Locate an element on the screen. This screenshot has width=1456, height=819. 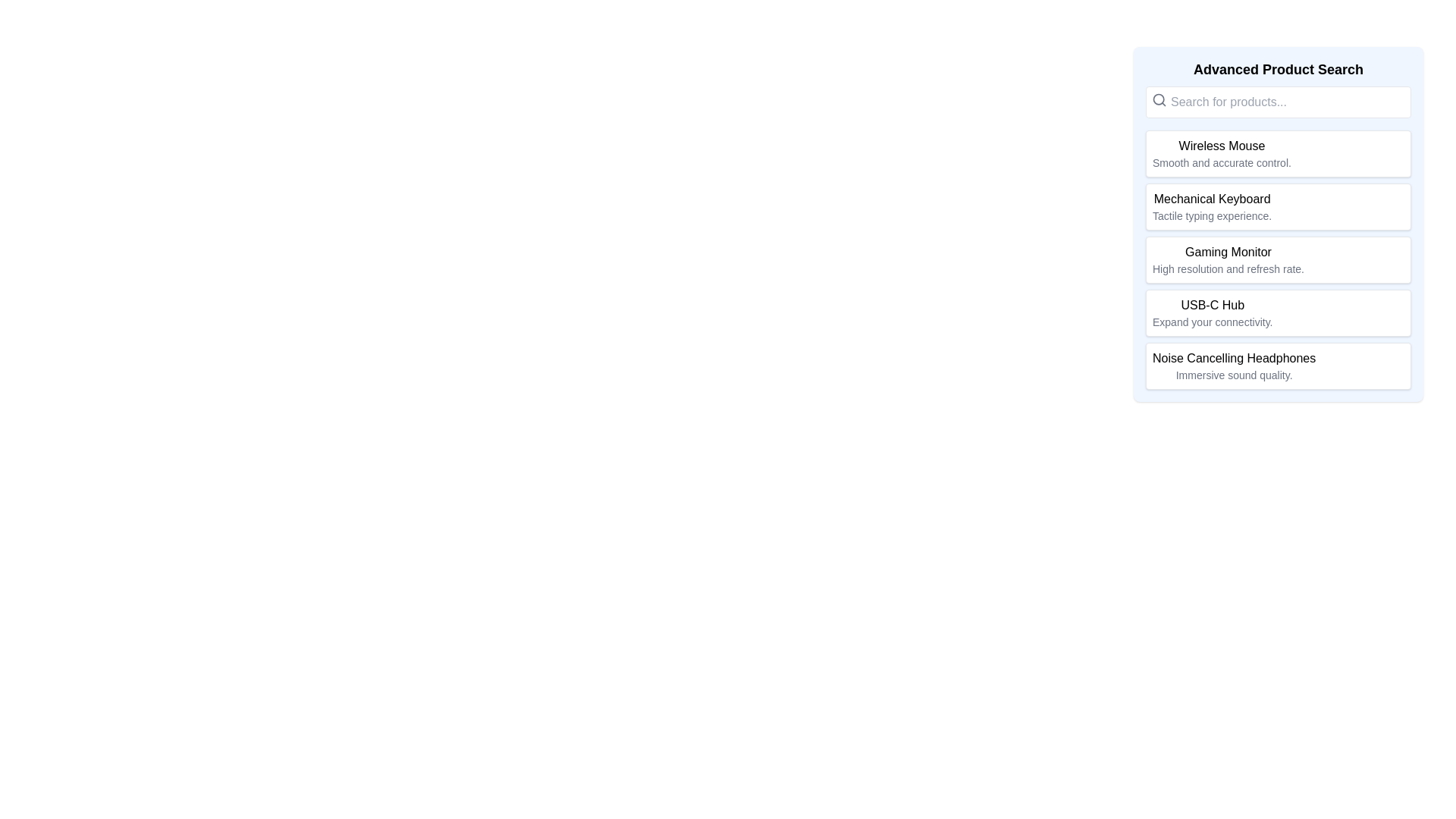
the 'Noise Cancelling Headphones' product card located at the bottom of the vertical list in the 'Advanced Product Search' panel is located at coordinates (1277, 366).